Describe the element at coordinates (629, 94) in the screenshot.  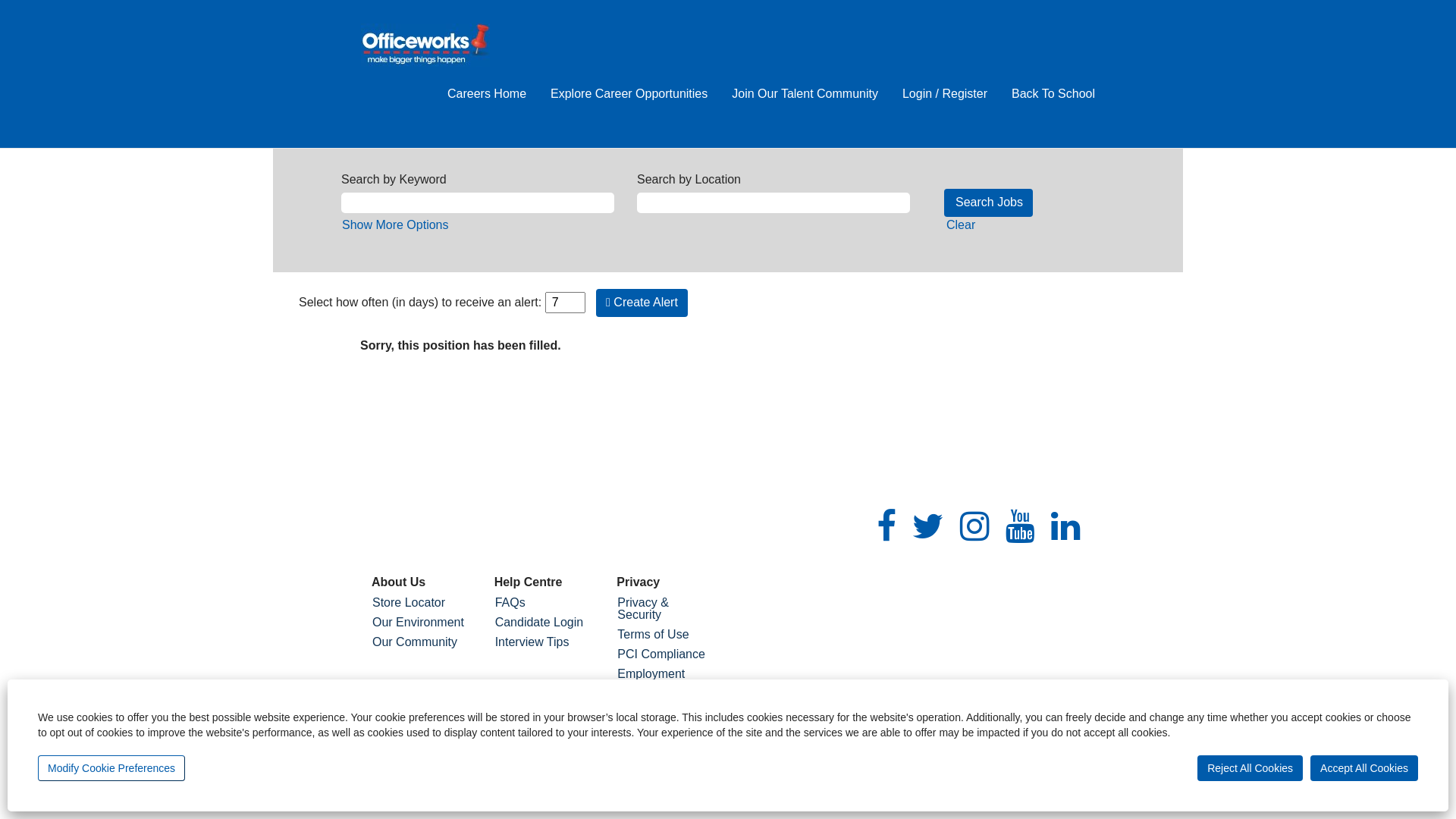
I see `'Explore Career Opportunities'` at that location.